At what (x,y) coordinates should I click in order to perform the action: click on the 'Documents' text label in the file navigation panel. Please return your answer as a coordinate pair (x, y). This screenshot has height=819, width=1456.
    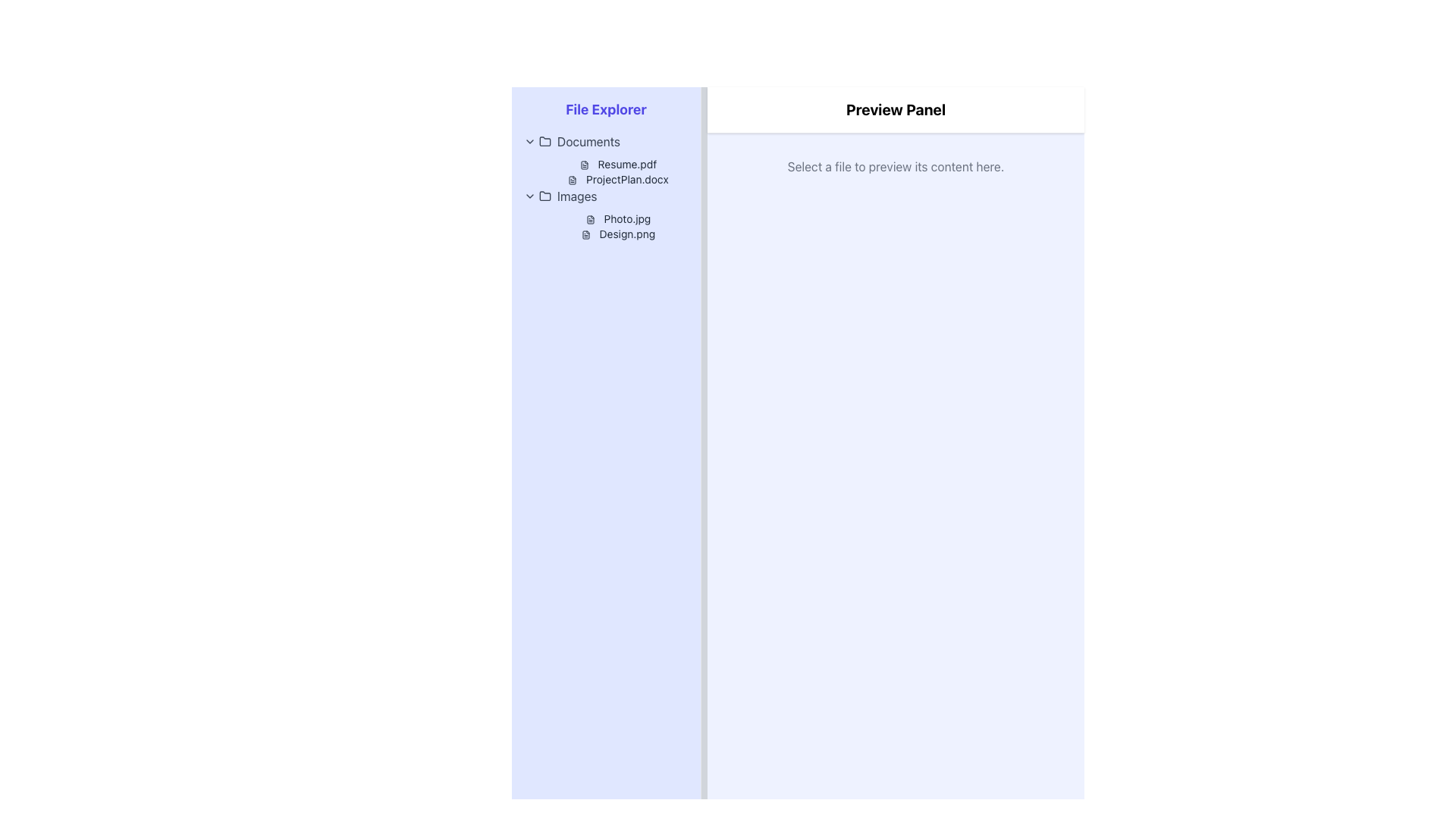
    Looking at the image, I should click on (588, 141).